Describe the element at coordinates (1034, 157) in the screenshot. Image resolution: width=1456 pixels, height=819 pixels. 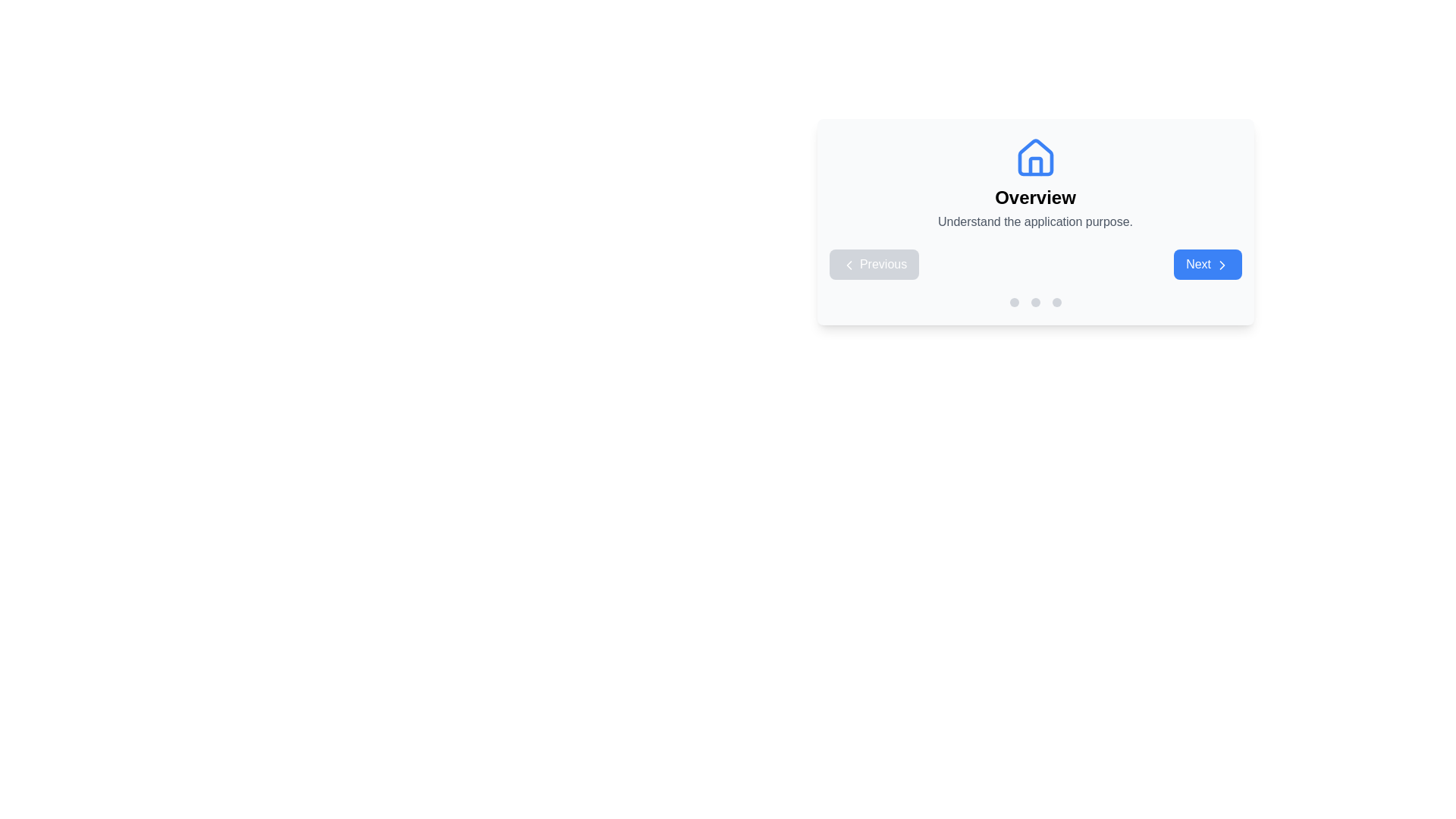
I see `the house-shaped icon with a blue outline, located above the 'Overview' text in the card layout` at that location.